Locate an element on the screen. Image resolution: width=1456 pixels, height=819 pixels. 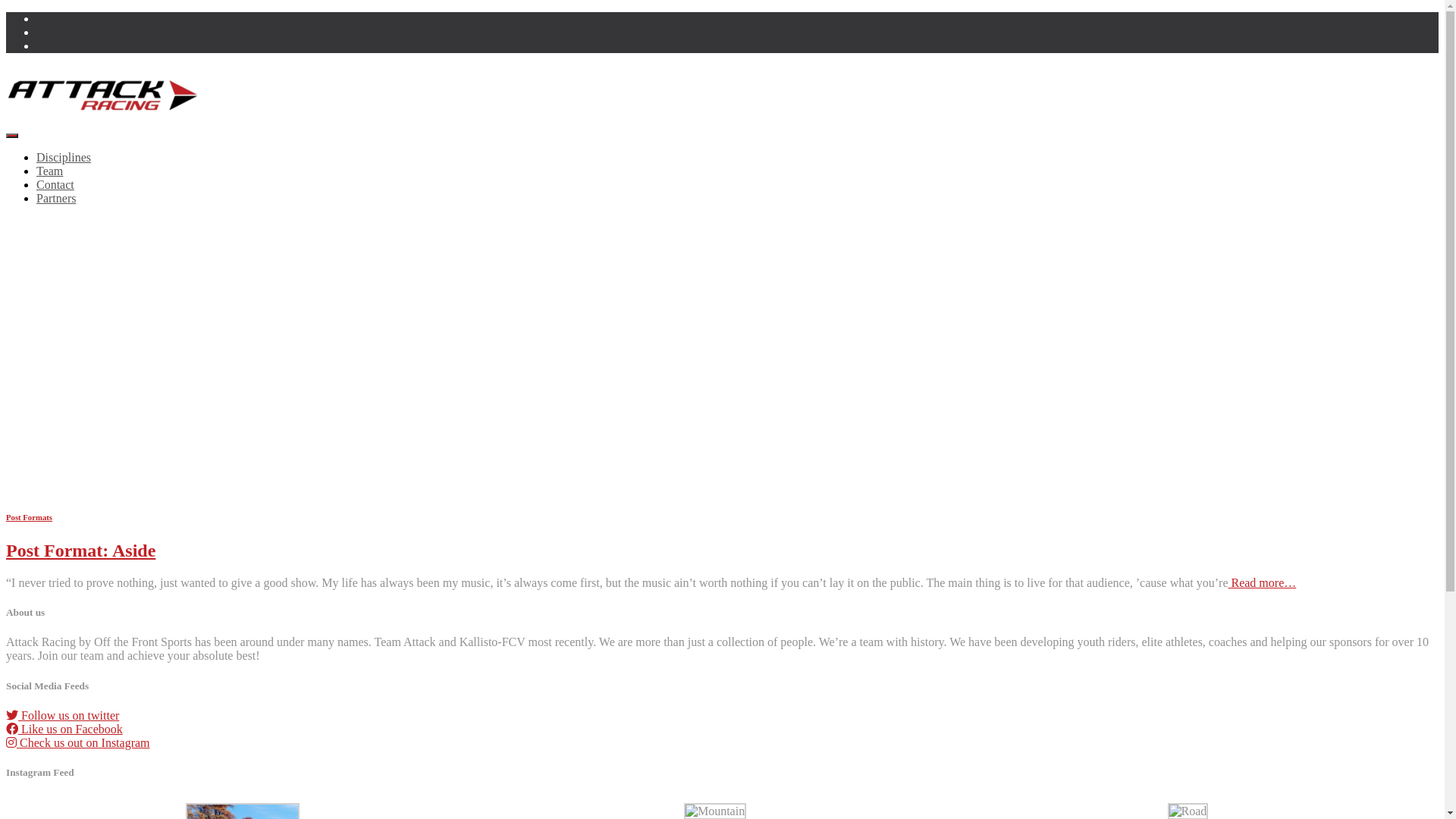
'Post Format: Aside' is located at coordinates (80, 550).